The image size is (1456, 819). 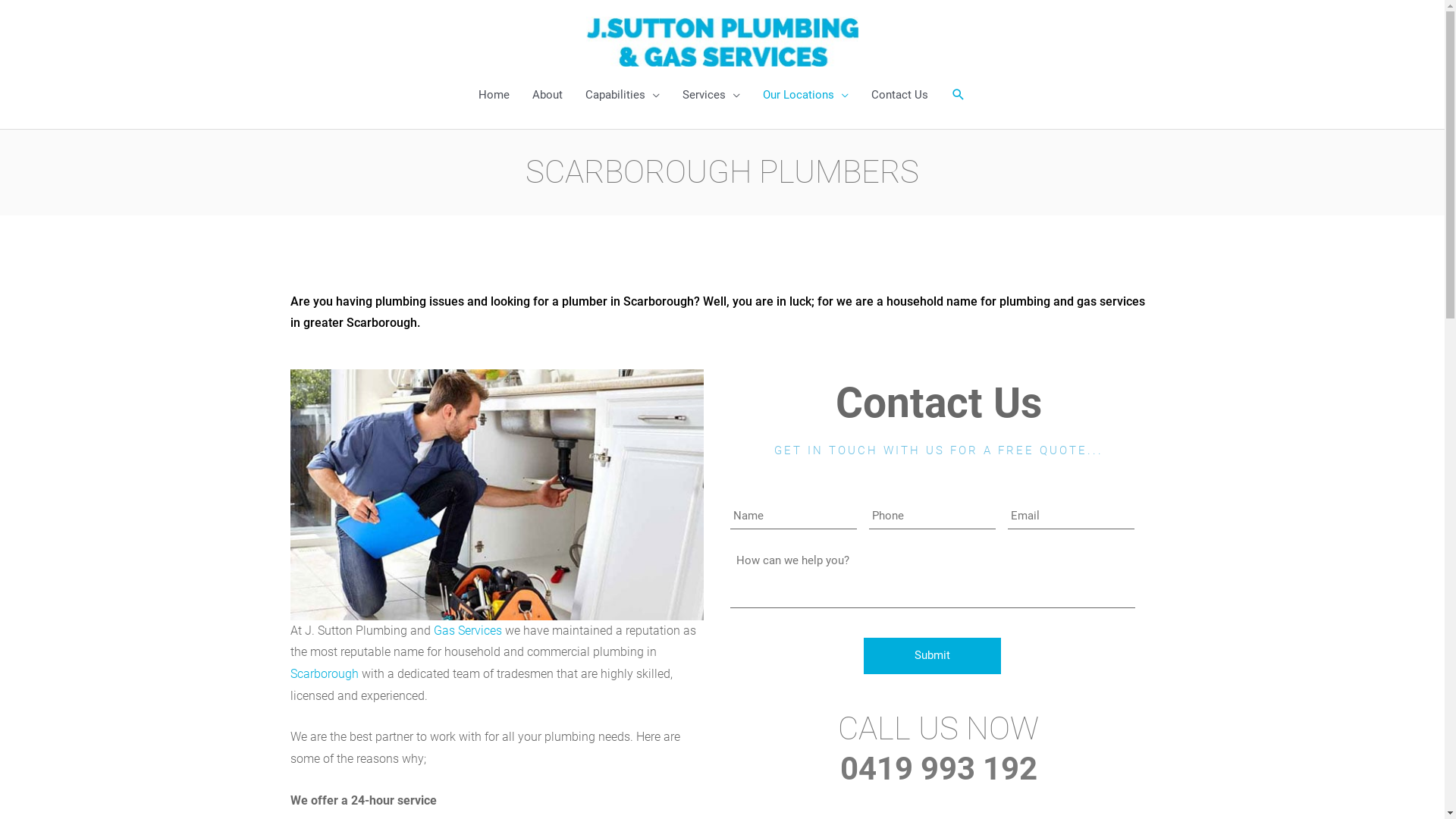 What do you see at coordinates (710, 94) in the screenshot?
I see `'Services'` at bounding box center [710, 94].